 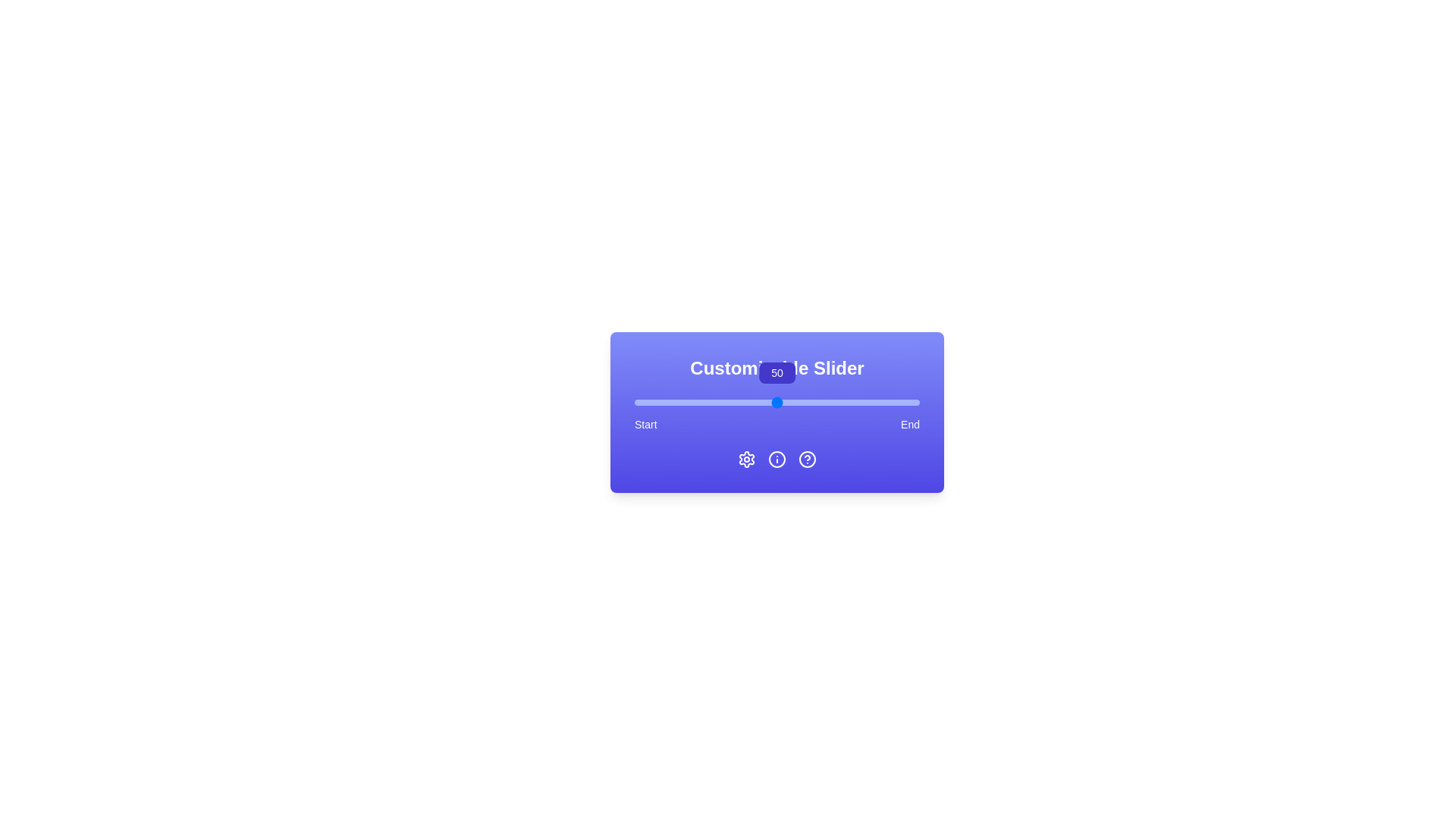 I want to click on the HelpCircle icon at the bottom right, so click(x=807, y=458).